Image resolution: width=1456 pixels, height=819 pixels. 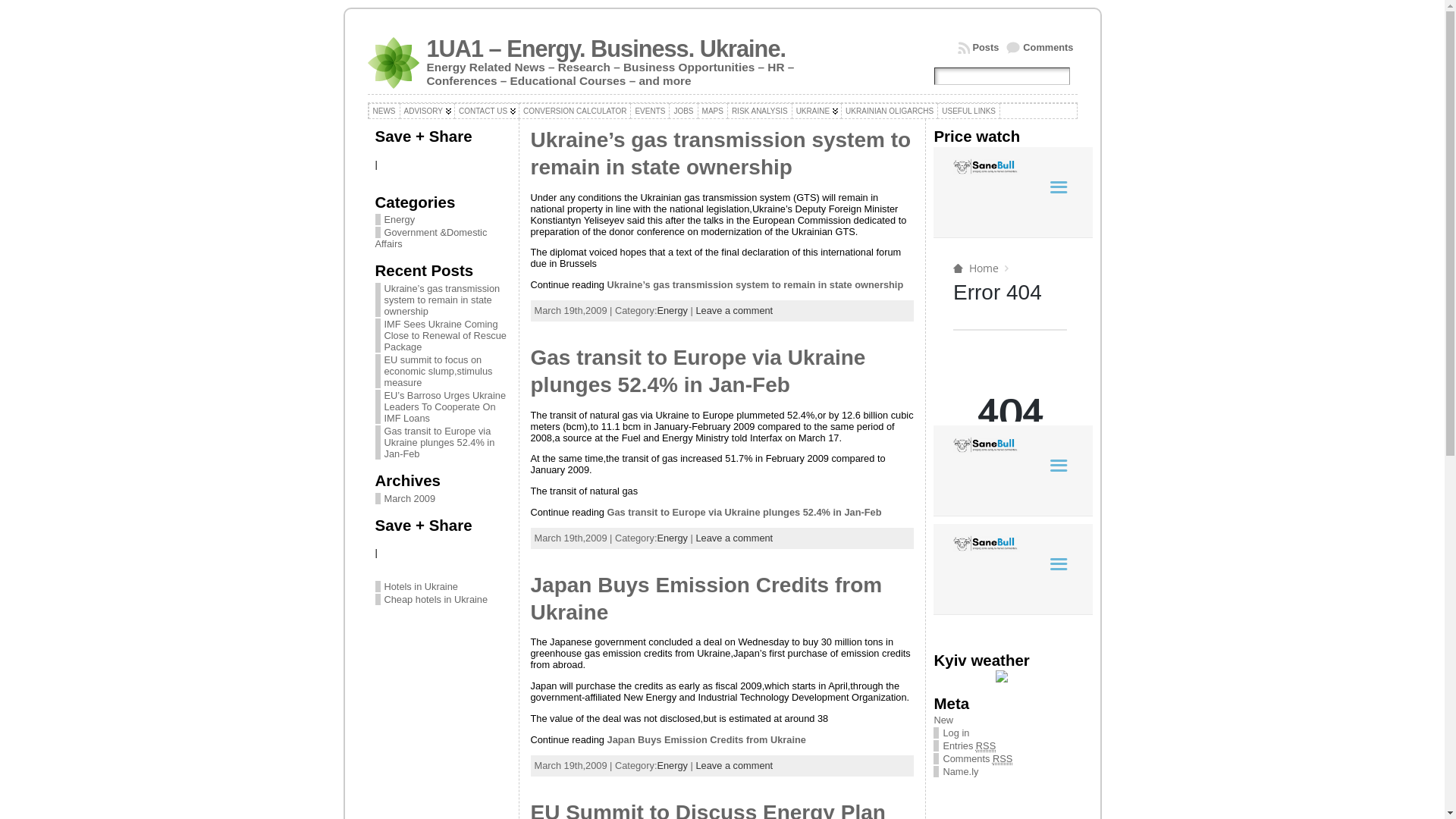 What do you see at coordinates (394, 219) in the screenshot?
I see `'Energy'` at bounding box center [394, 219].